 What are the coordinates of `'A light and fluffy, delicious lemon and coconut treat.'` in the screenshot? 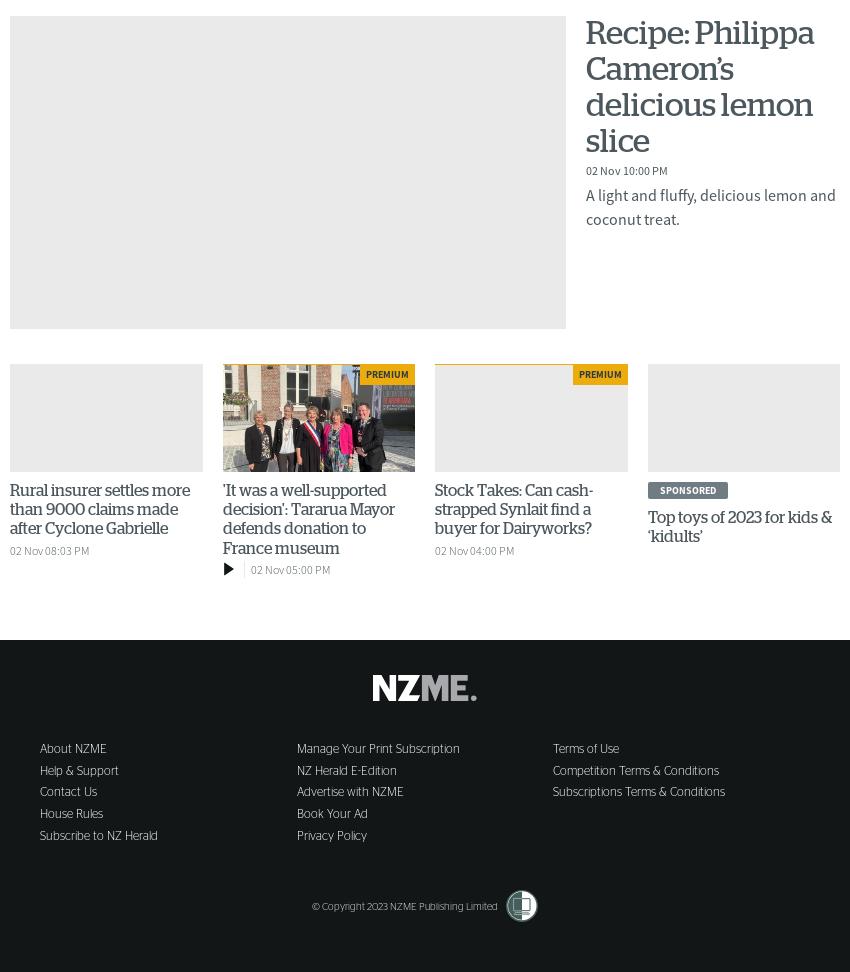 It's located at (710, 204).